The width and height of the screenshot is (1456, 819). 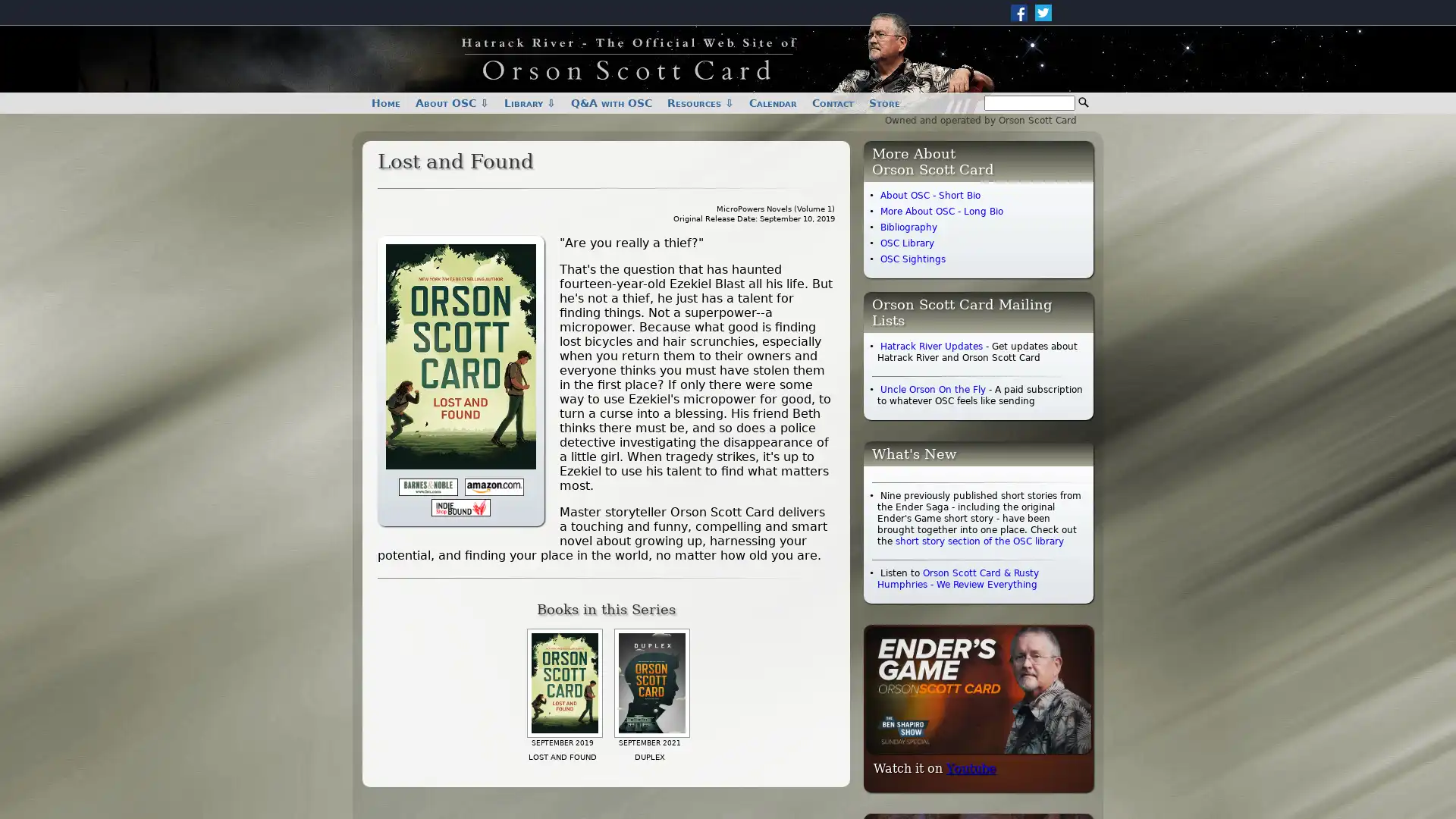 What do you see at coordinates (1083, 102) in the screenshot?
I see `Submit` at bounding box center [1083, 102].